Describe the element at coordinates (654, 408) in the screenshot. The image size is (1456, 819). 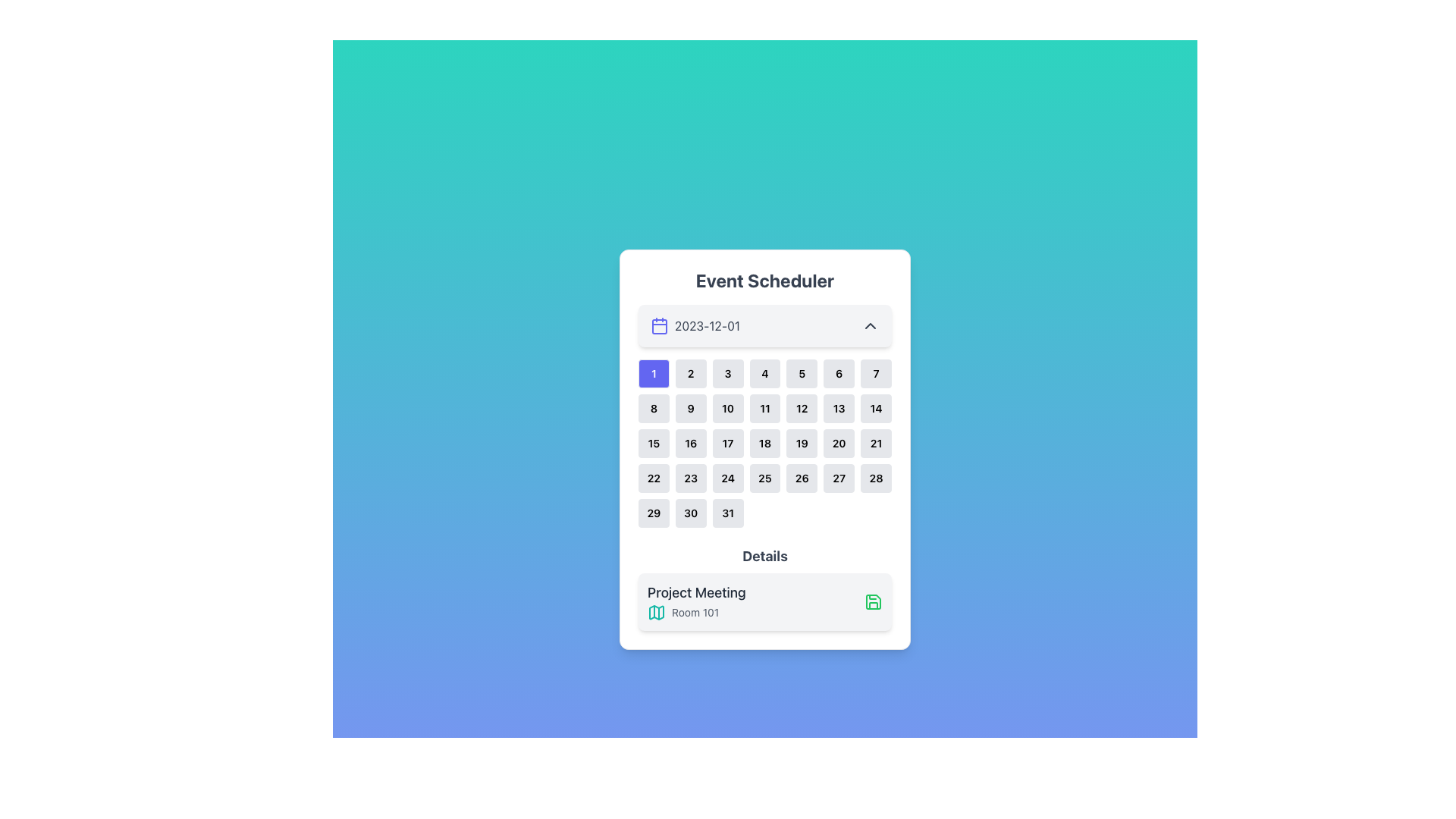
I see `the square button featuring the number '8' with a light gray background` at that location.